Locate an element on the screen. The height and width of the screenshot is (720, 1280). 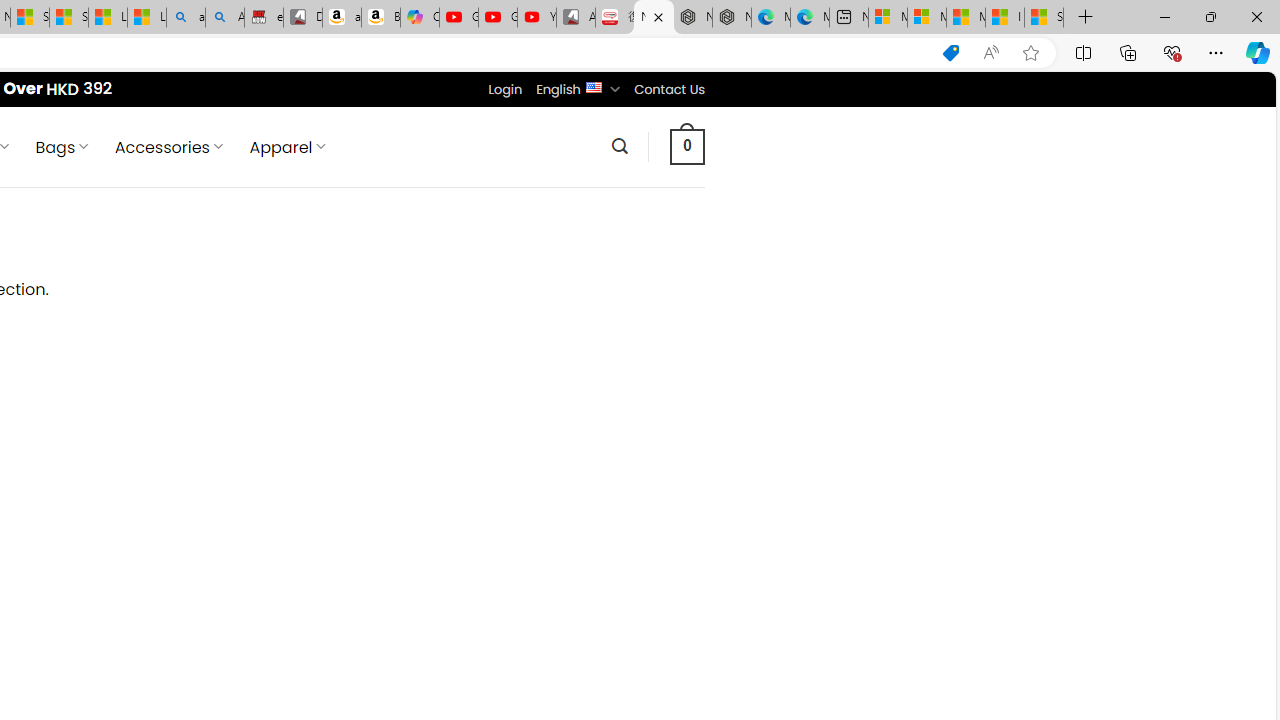
'Amazon Echo Dot PNG - Search Images' is located at coordinates (225, 17).